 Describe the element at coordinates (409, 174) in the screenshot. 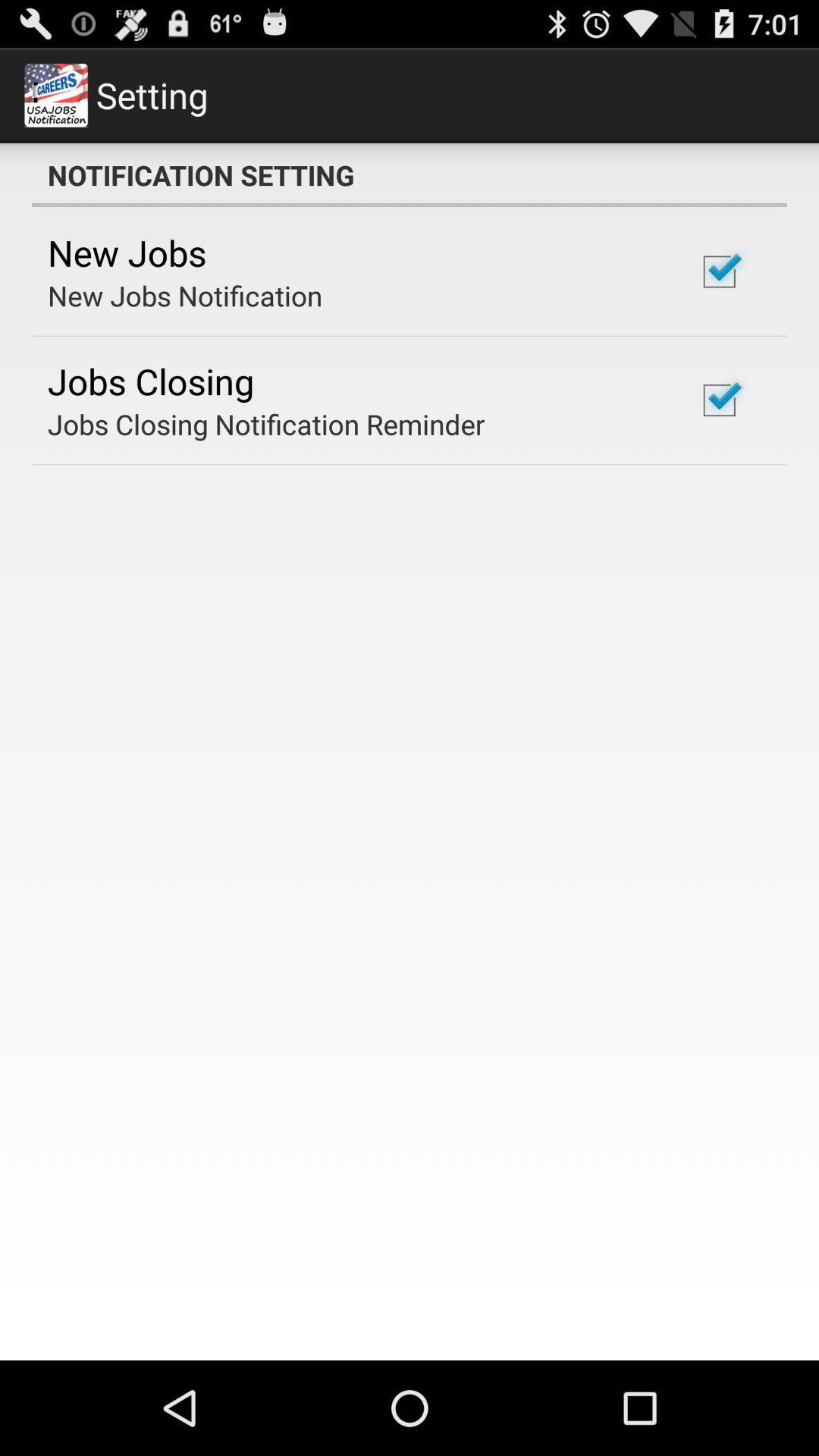

I see `the notification setting` at that location.